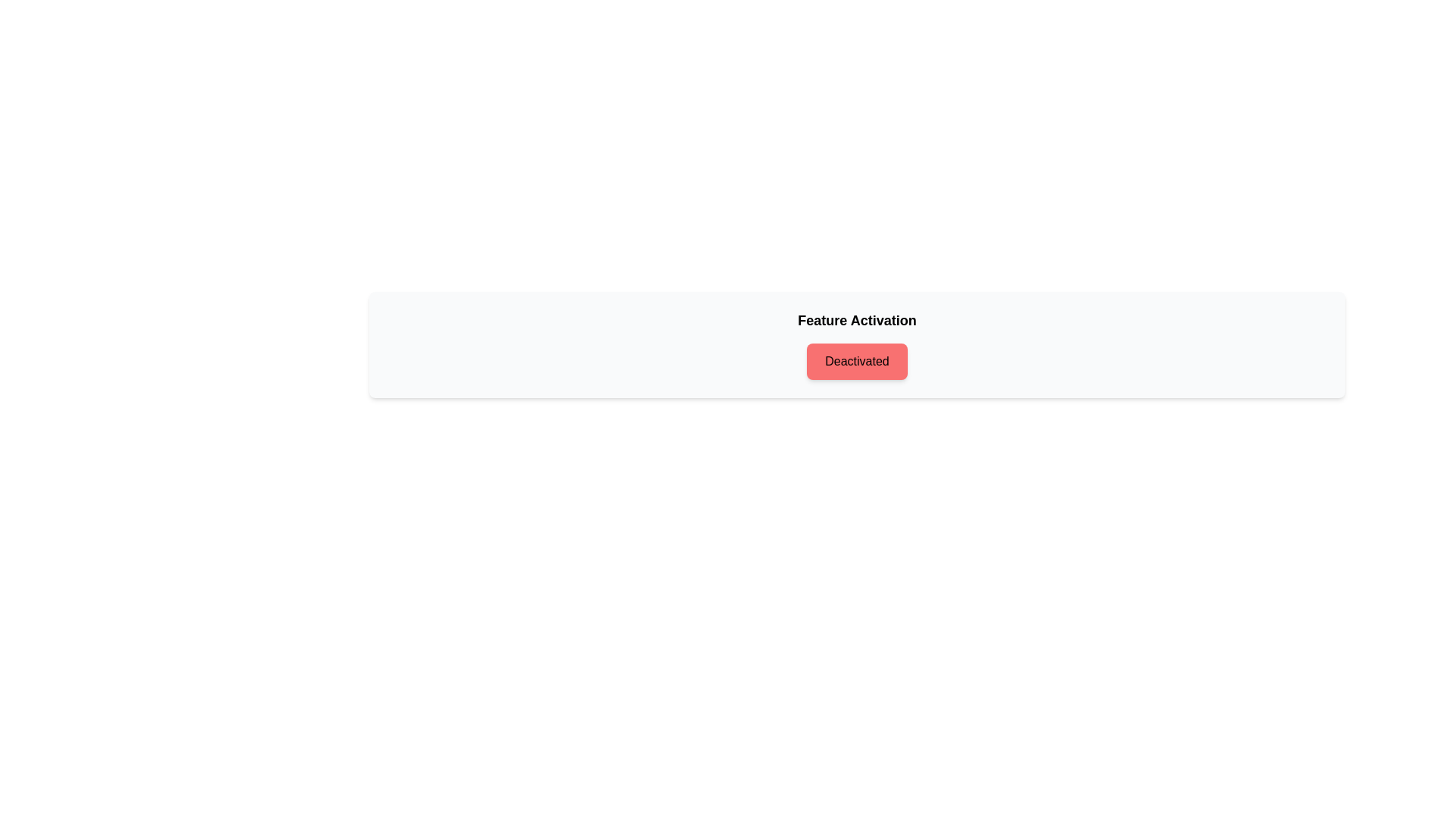  Describe the element at coordinates (857, 362) in the screenshot. I see `the button to toggle its status` at that location.